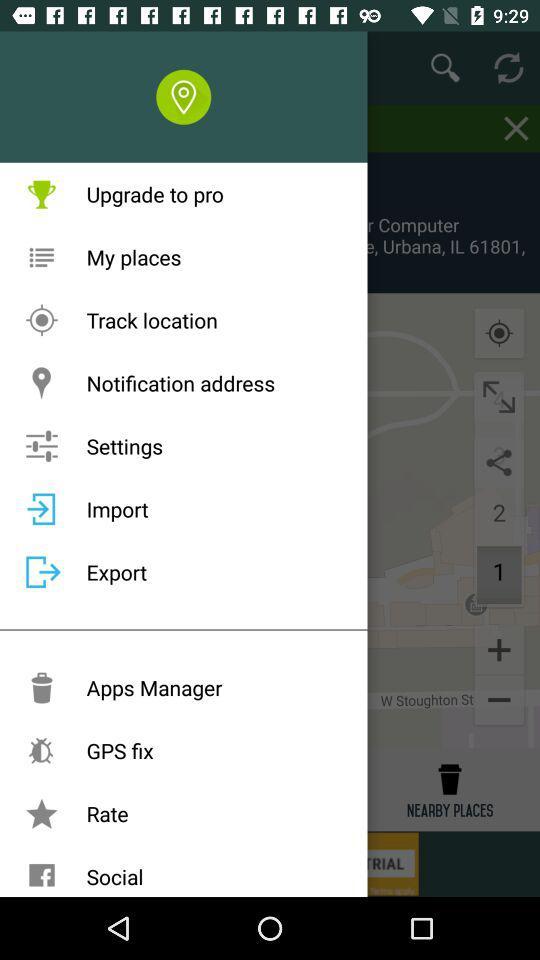 The width and height of the screenshot is (540, 960). Describe the element at coordinates (498, 701) in the screenshot. I see `the minus icon` at that location.